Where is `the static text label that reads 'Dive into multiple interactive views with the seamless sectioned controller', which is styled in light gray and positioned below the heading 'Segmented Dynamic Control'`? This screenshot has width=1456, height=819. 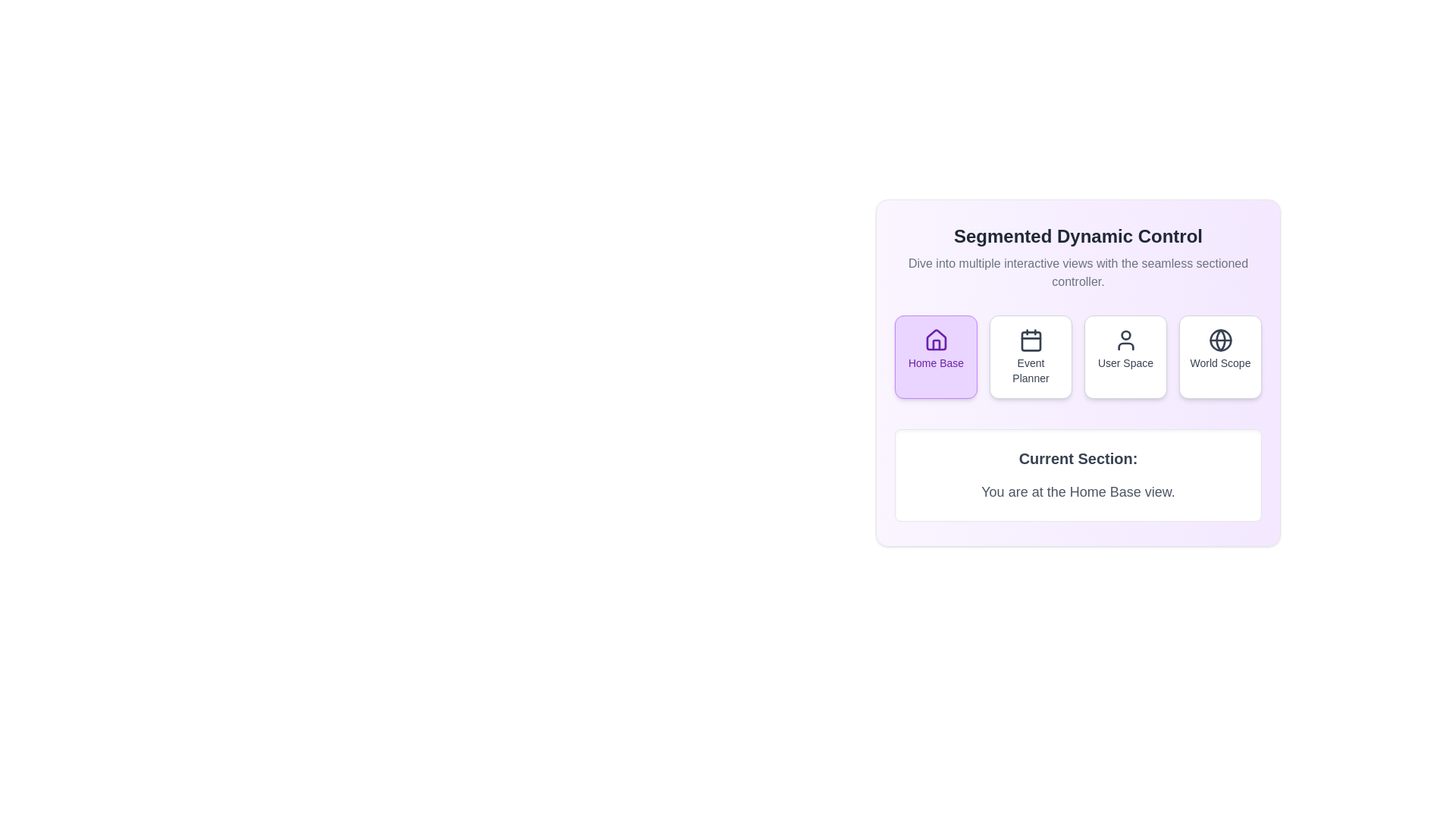
the static text label that reads 'Dive into multiple interactive views with the seamless sectioned controller', which is styled in light gray and positioned below the heading 'Segmented Dynamic Control' is located at coordinates (1077, 271).